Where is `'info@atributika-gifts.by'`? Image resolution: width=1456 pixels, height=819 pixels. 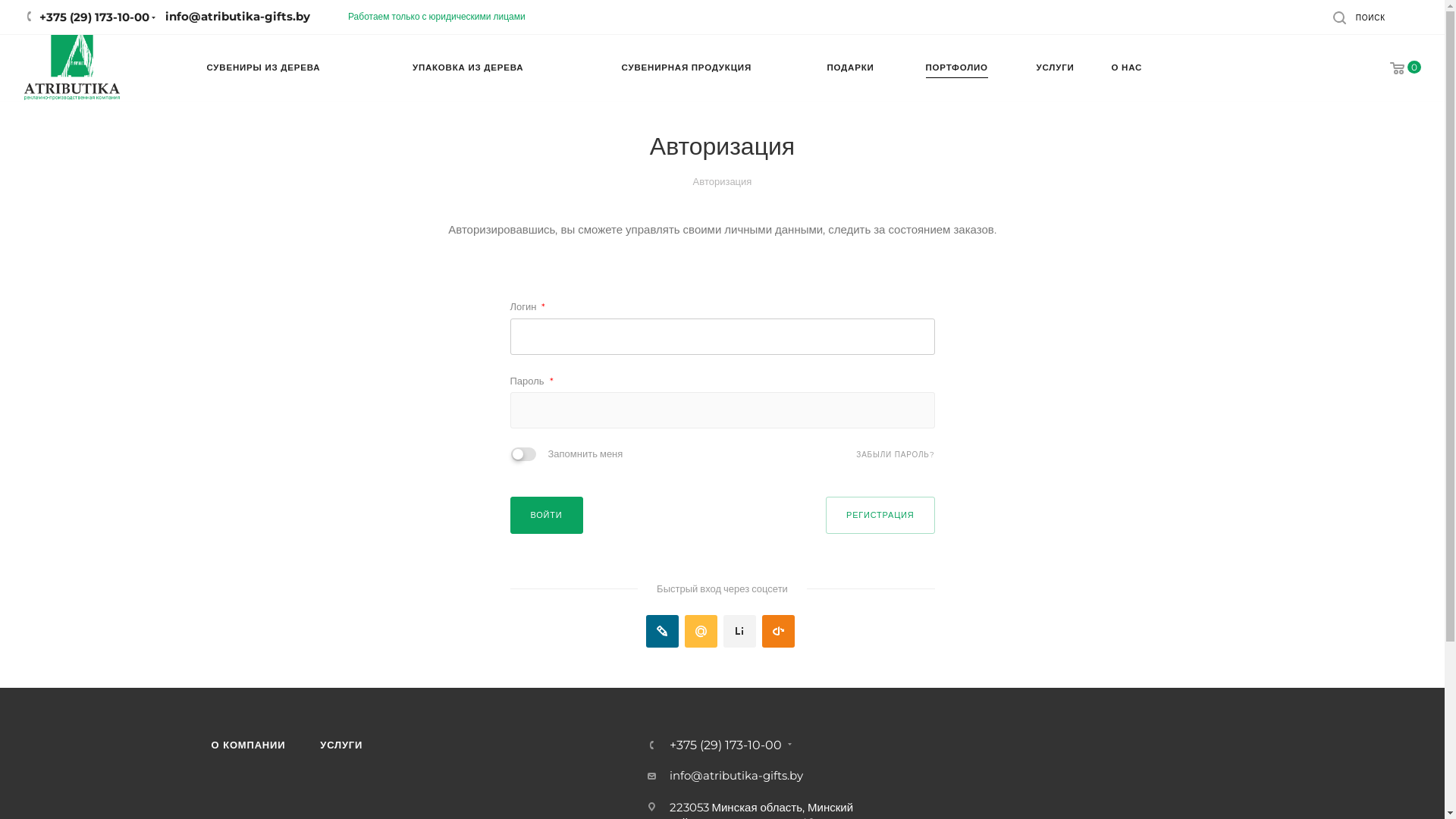 'info@atributika-gifts.by' is located at coordinates (735, 775).